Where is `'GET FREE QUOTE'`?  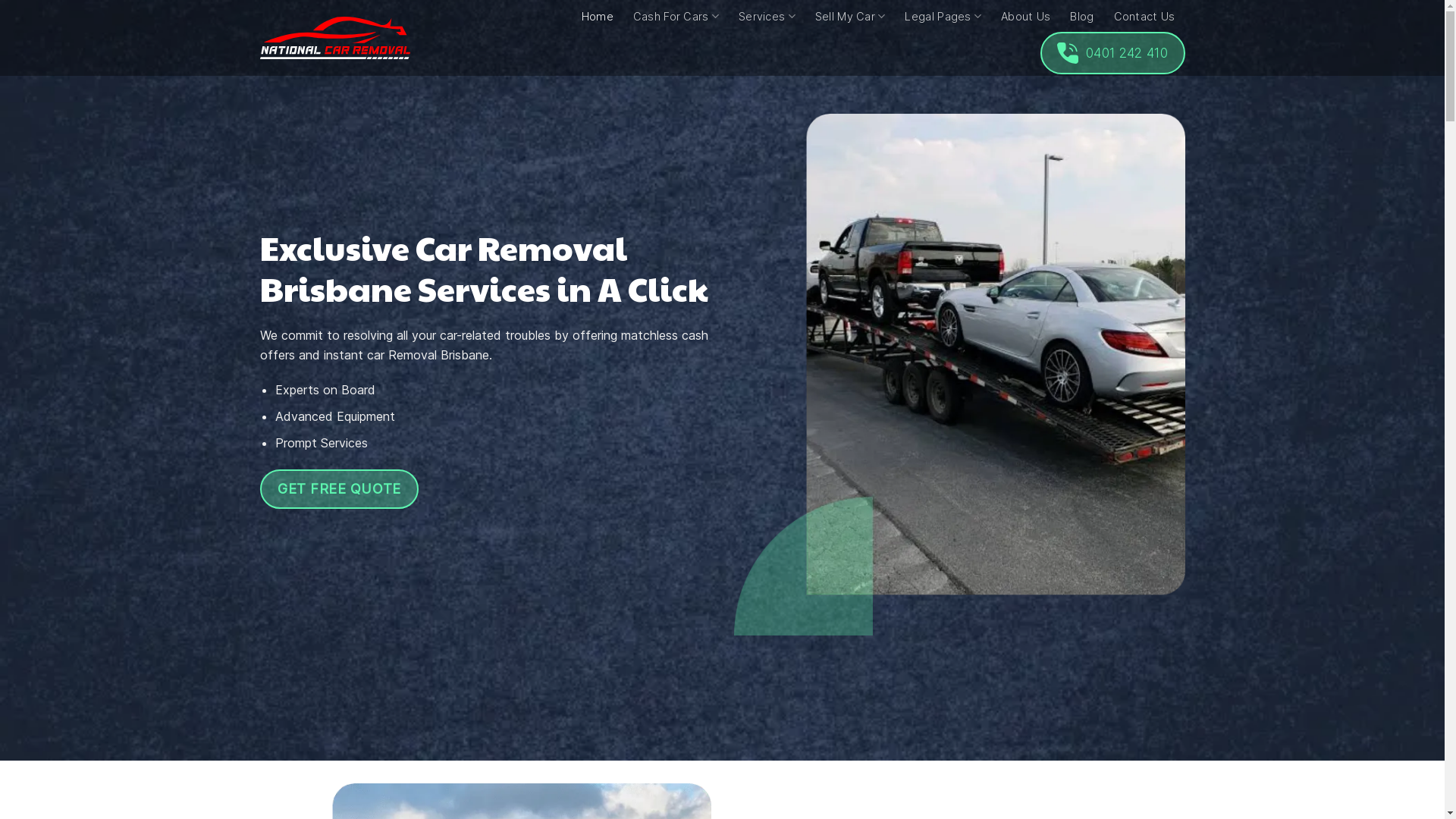 'GET FREE QUOTE' is located at coordinates (337, 488).